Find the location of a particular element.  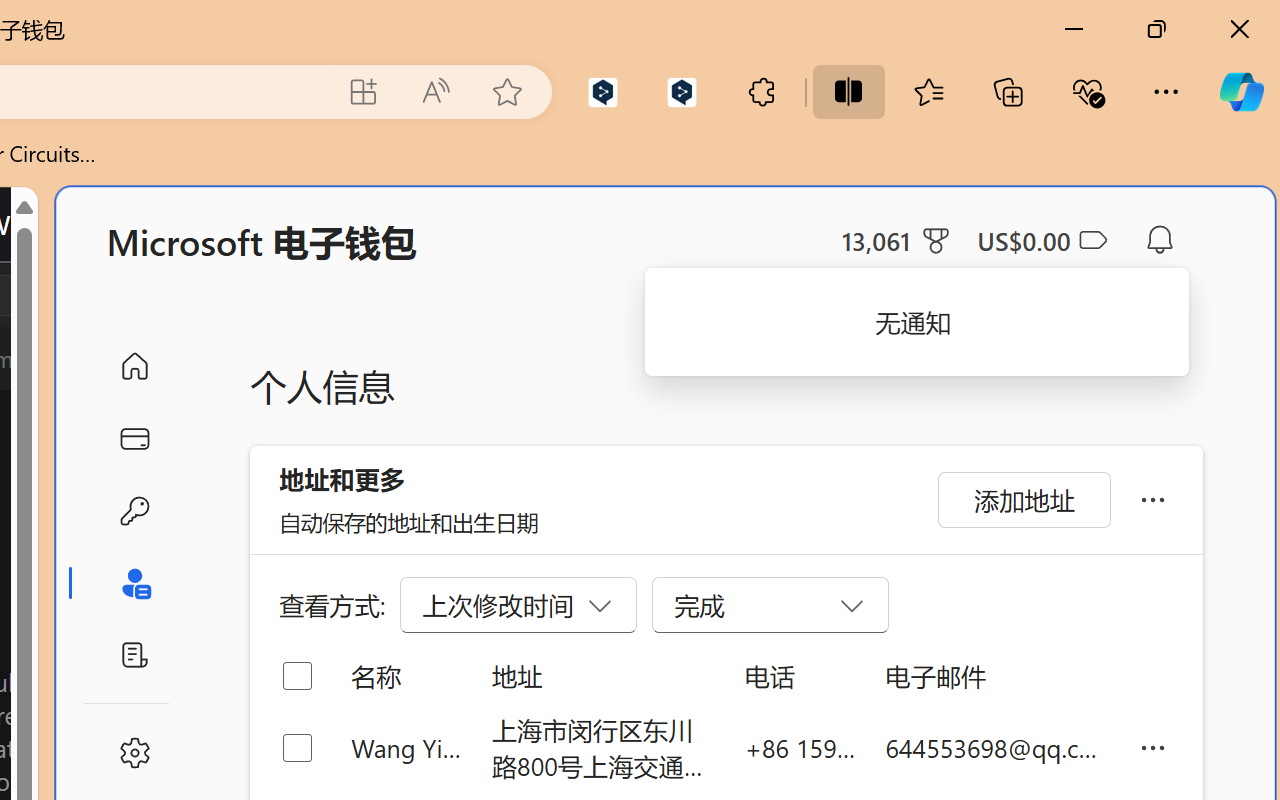

'644553698@qq.com' is located at coordinates (996, 747).